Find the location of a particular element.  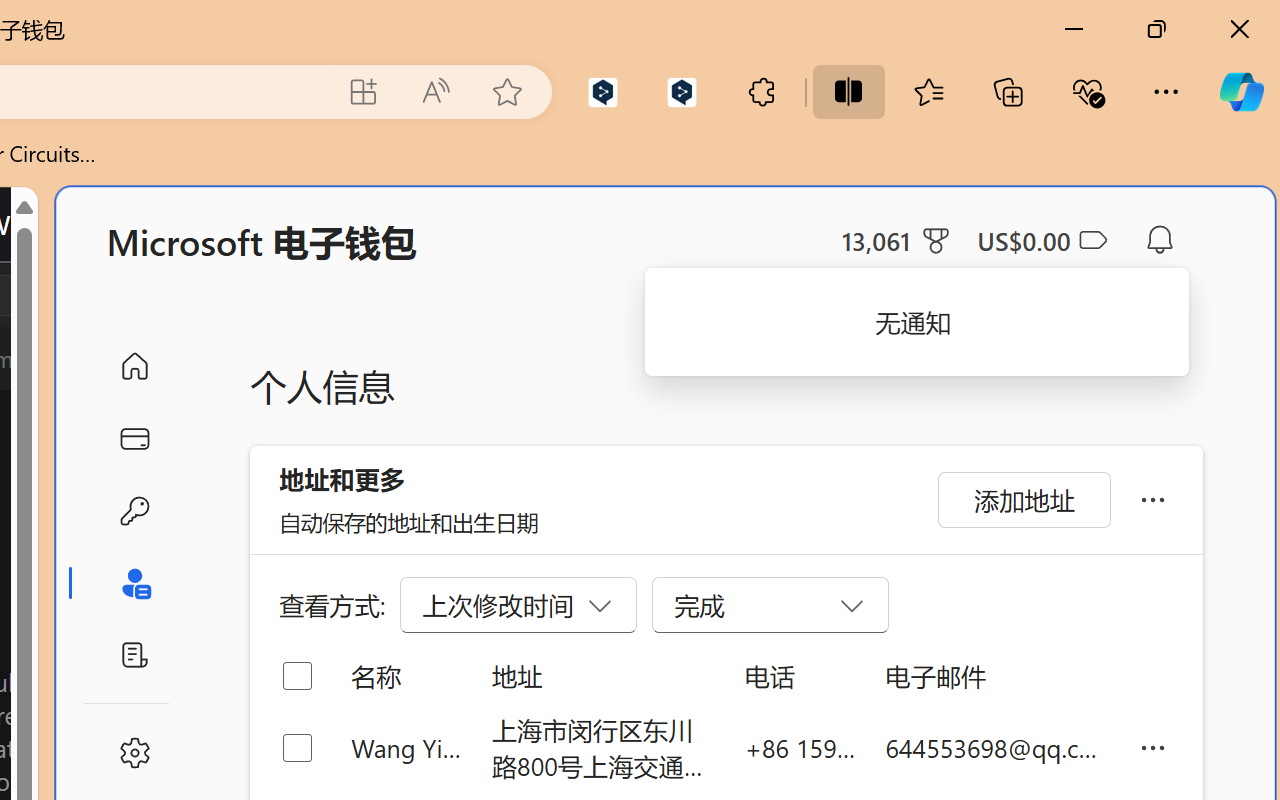

'644553698@qq.com' is located at coordinates (996, 747).